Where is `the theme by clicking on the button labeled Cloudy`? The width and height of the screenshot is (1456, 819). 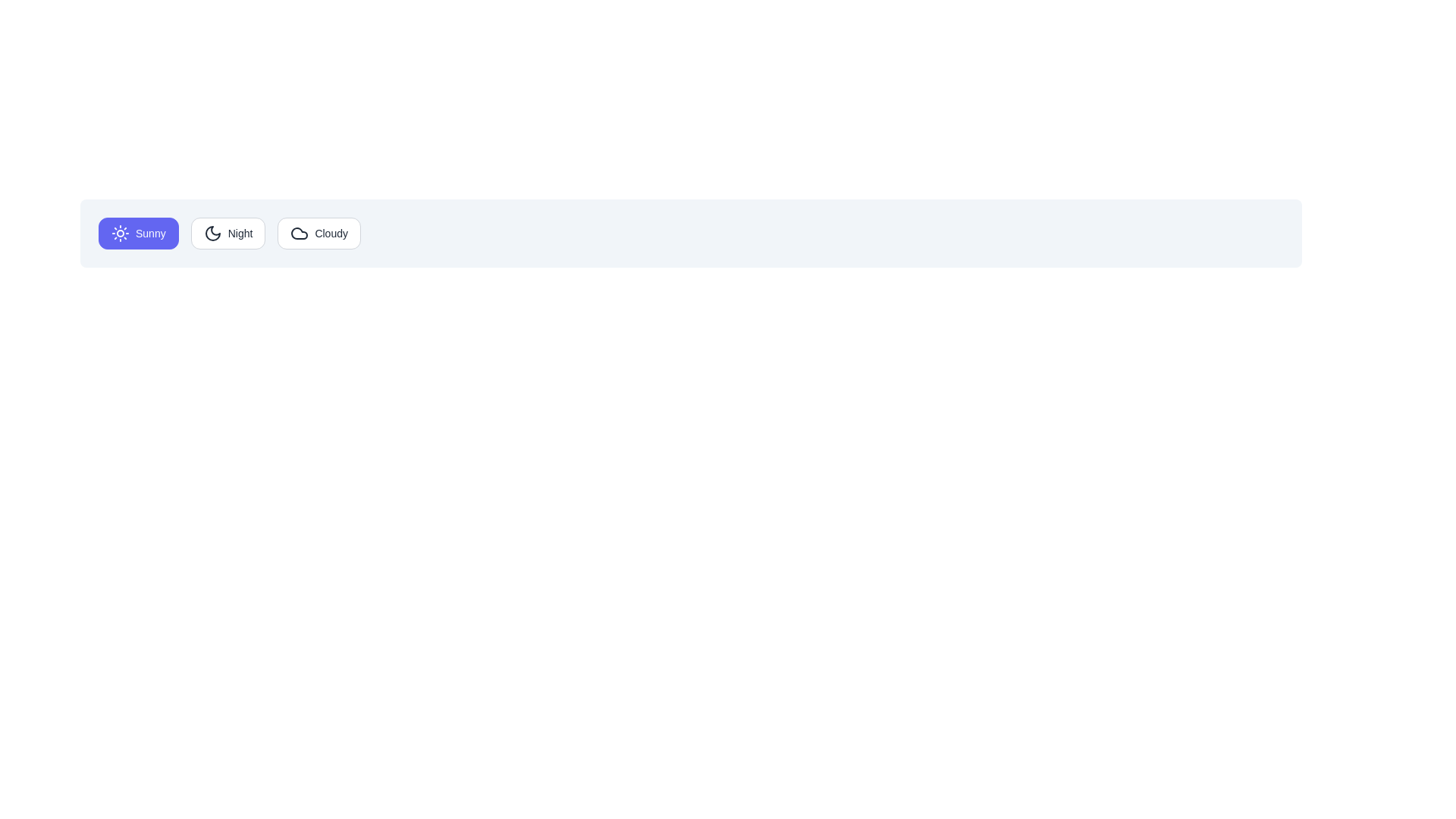 the theme by clicking on the button labeled Cloudy is located at coordinates (318, 234).